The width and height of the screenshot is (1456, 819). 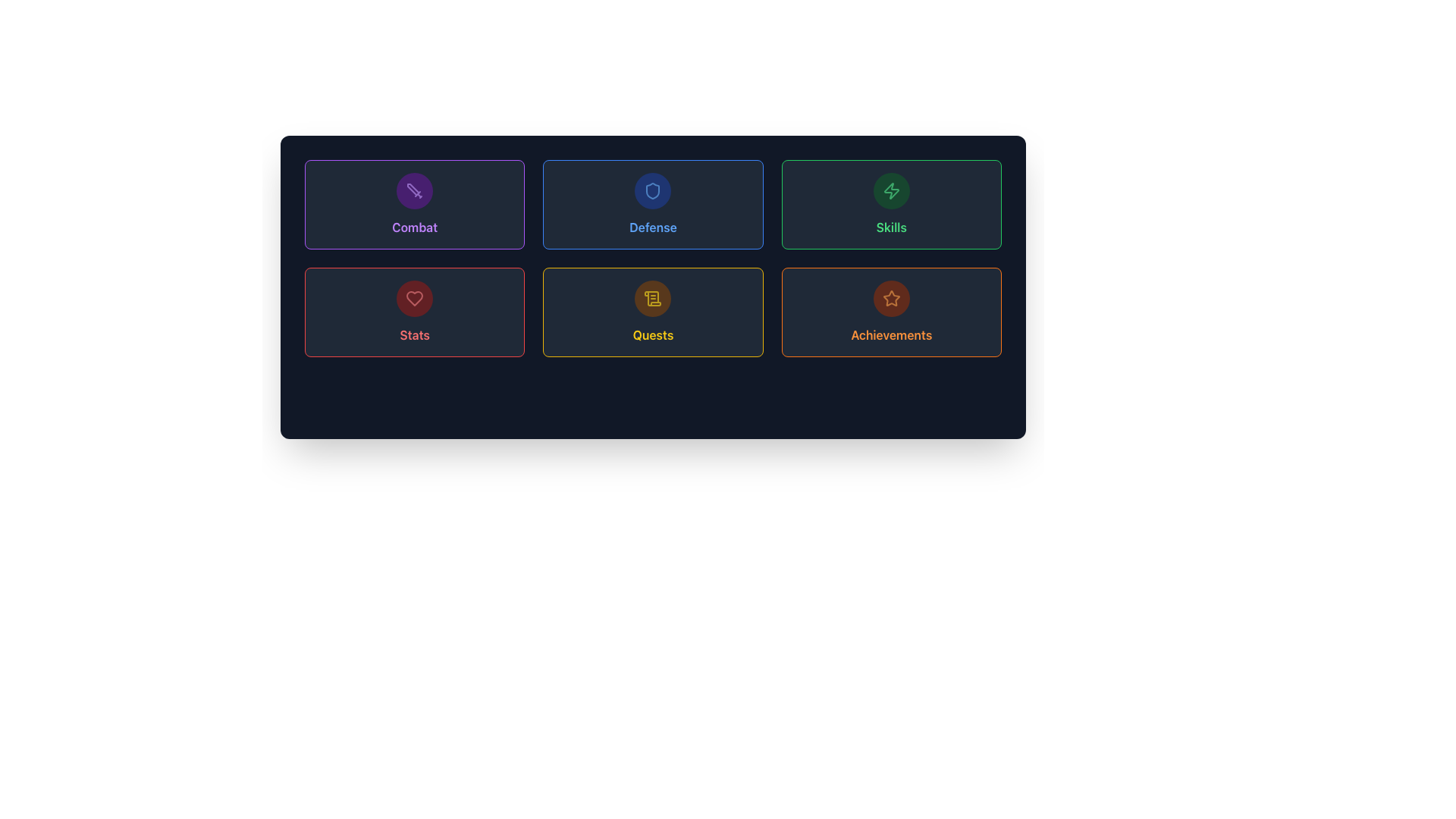 What do you see at coordinates (415, 227) in the screenshot?
I see `the 'Combat' text label element, styled in a bold purple font, located in the top-left card of a grid layout` at bounding box center [415, 227].